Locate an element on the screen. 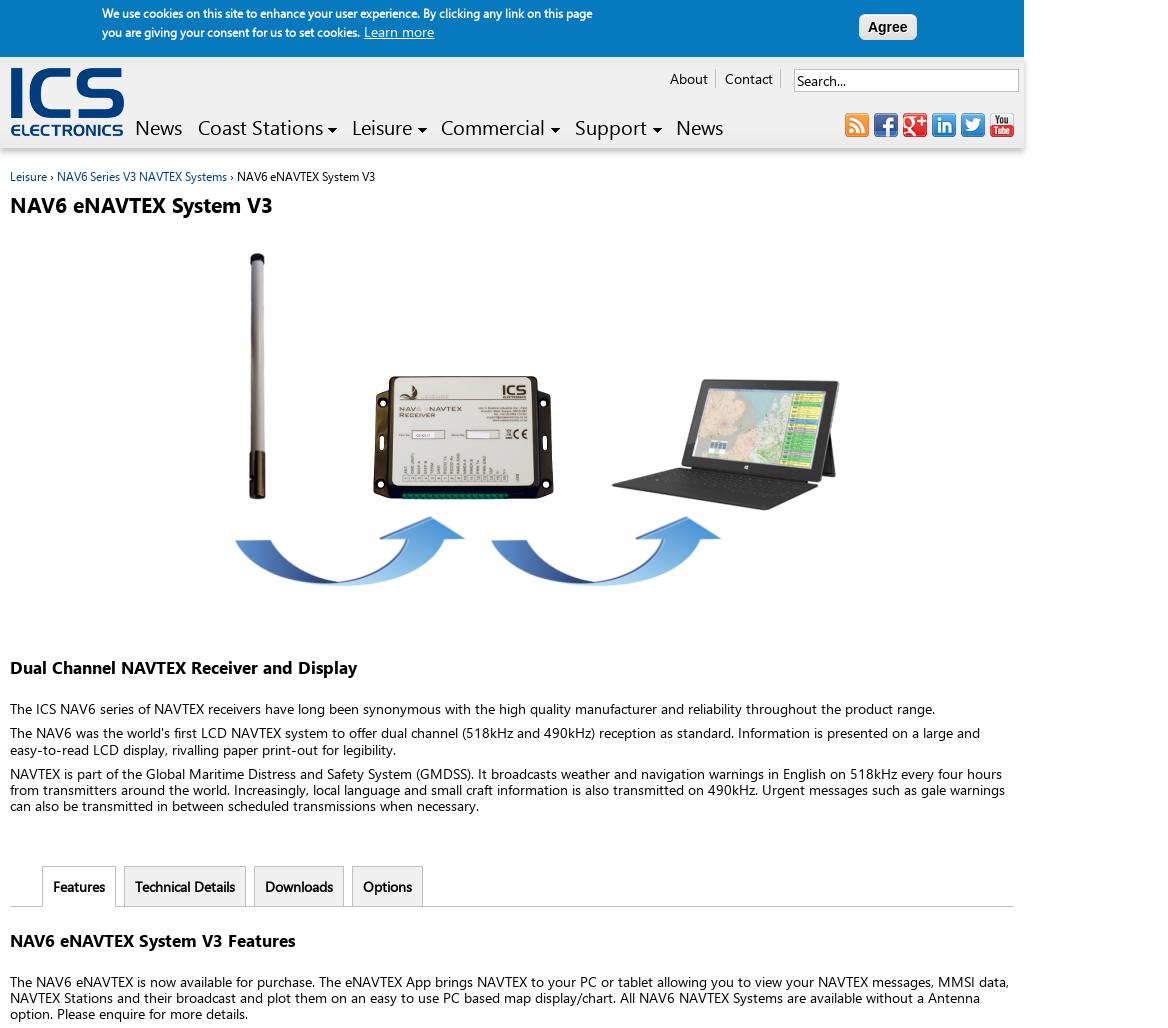 This screenshot has width=1168, height=1028. 'Options' is located at coordinates (386, 884).